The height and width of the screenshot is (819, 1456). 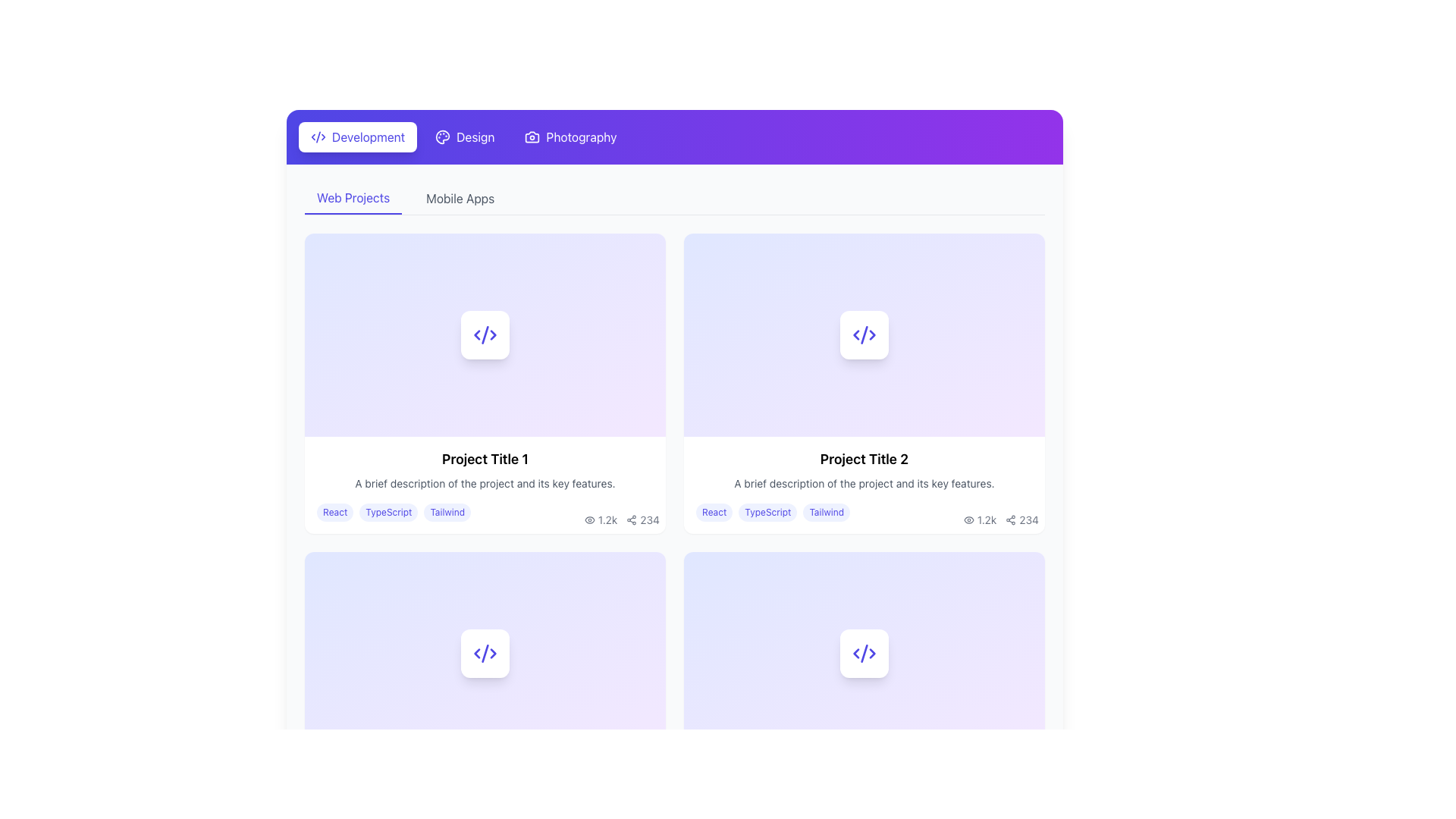 What do you see at coordinates (532, 137) in the screenshot?
I see `the third SVG icon in the navigation bar, which represents the 'Photography' section` at bounding box center [532, 137].